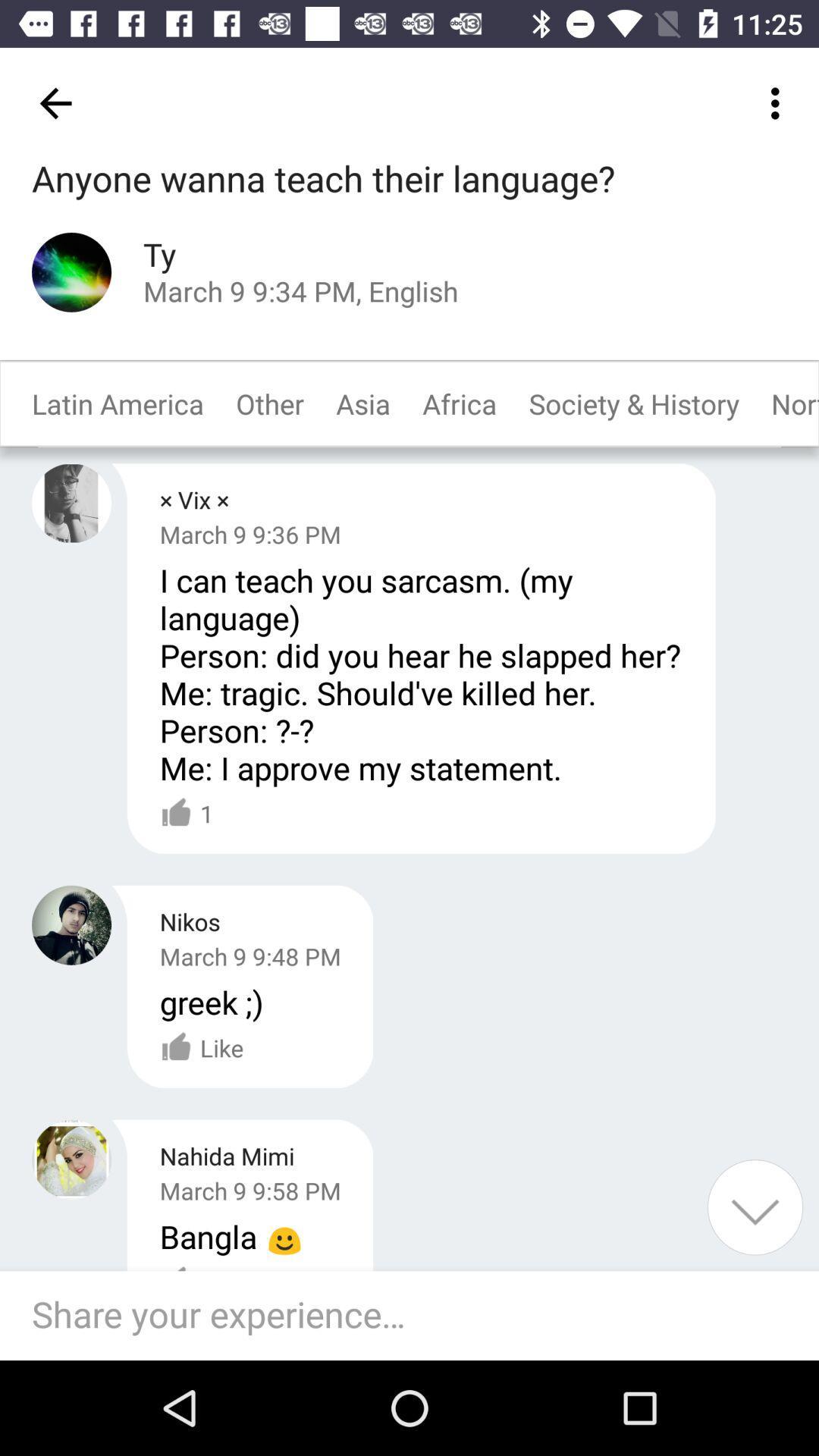  What do you see at coordinates (422, 673) in the screenshot?
I see `the i can teach` at bounding box center [422, 673].